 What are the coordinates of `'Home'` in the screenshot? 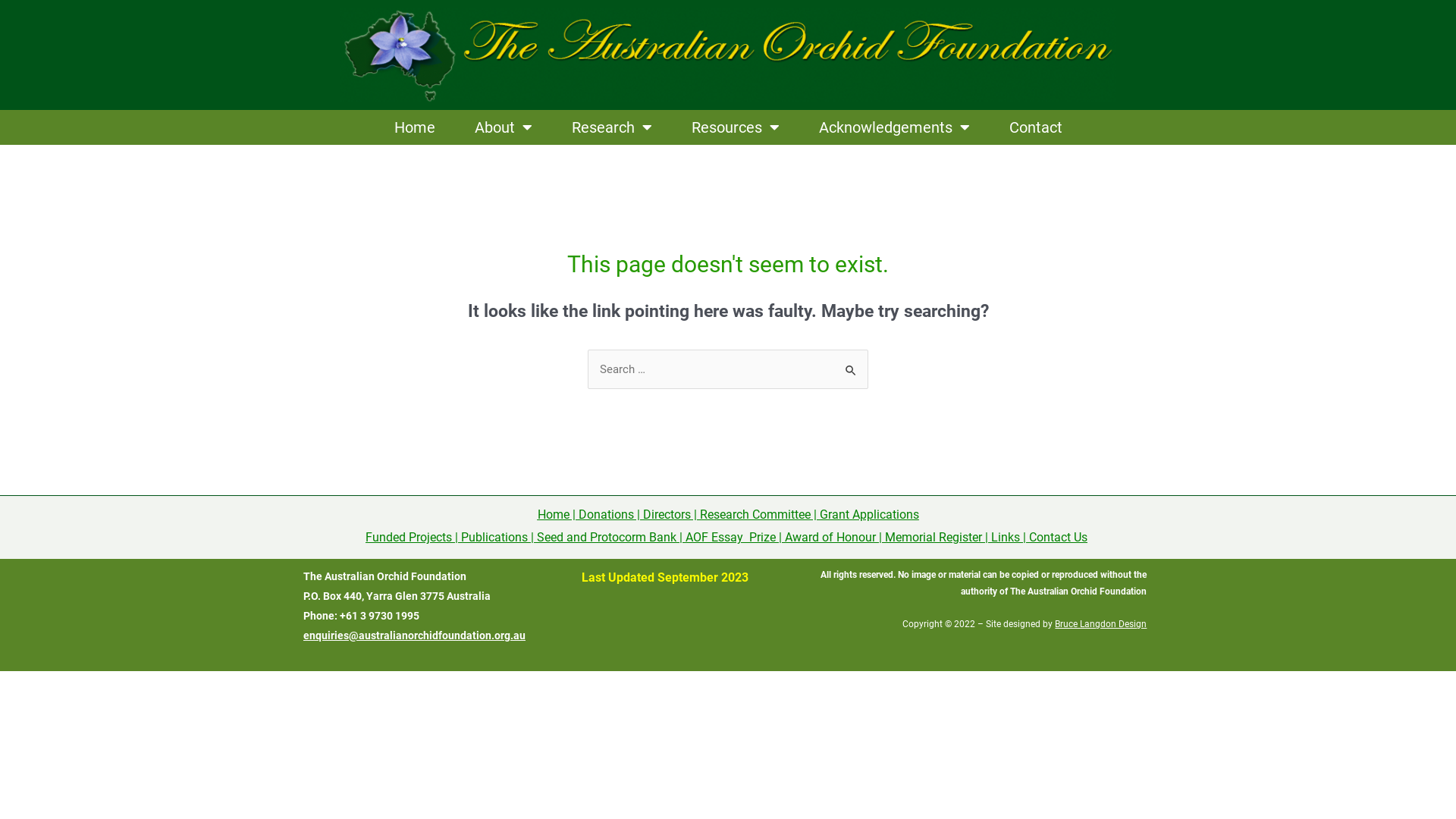 It's located at (552, 513).